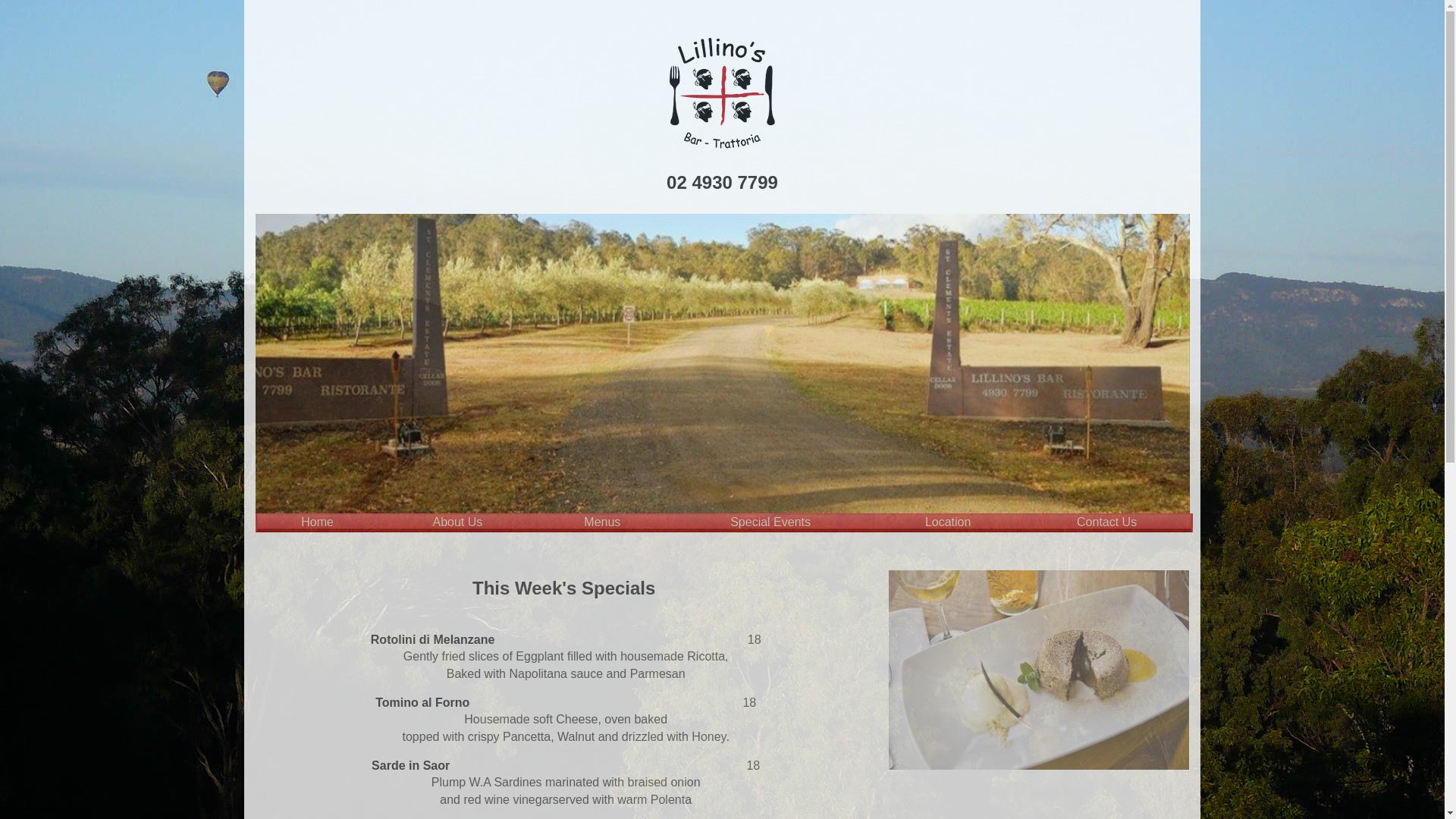  I want to click on 'Menus', so click(601, 522).